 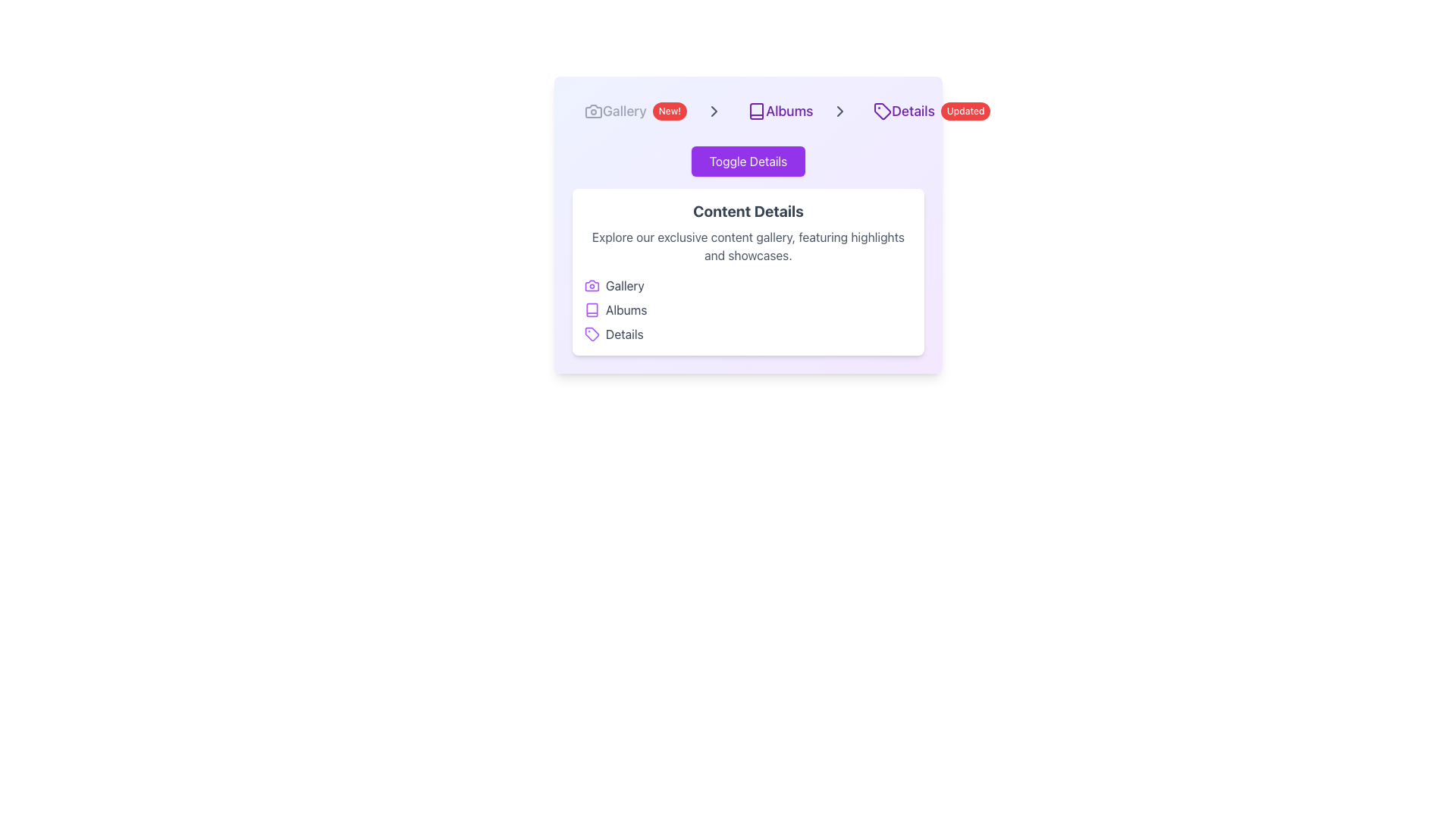 What do you see at coordinates (591, 333) in the screenshot?
I see `the small tag-shaped icon with a purple outline located to the left of the 'Details' label in the navigation menu` at bounding box center [591, 333].